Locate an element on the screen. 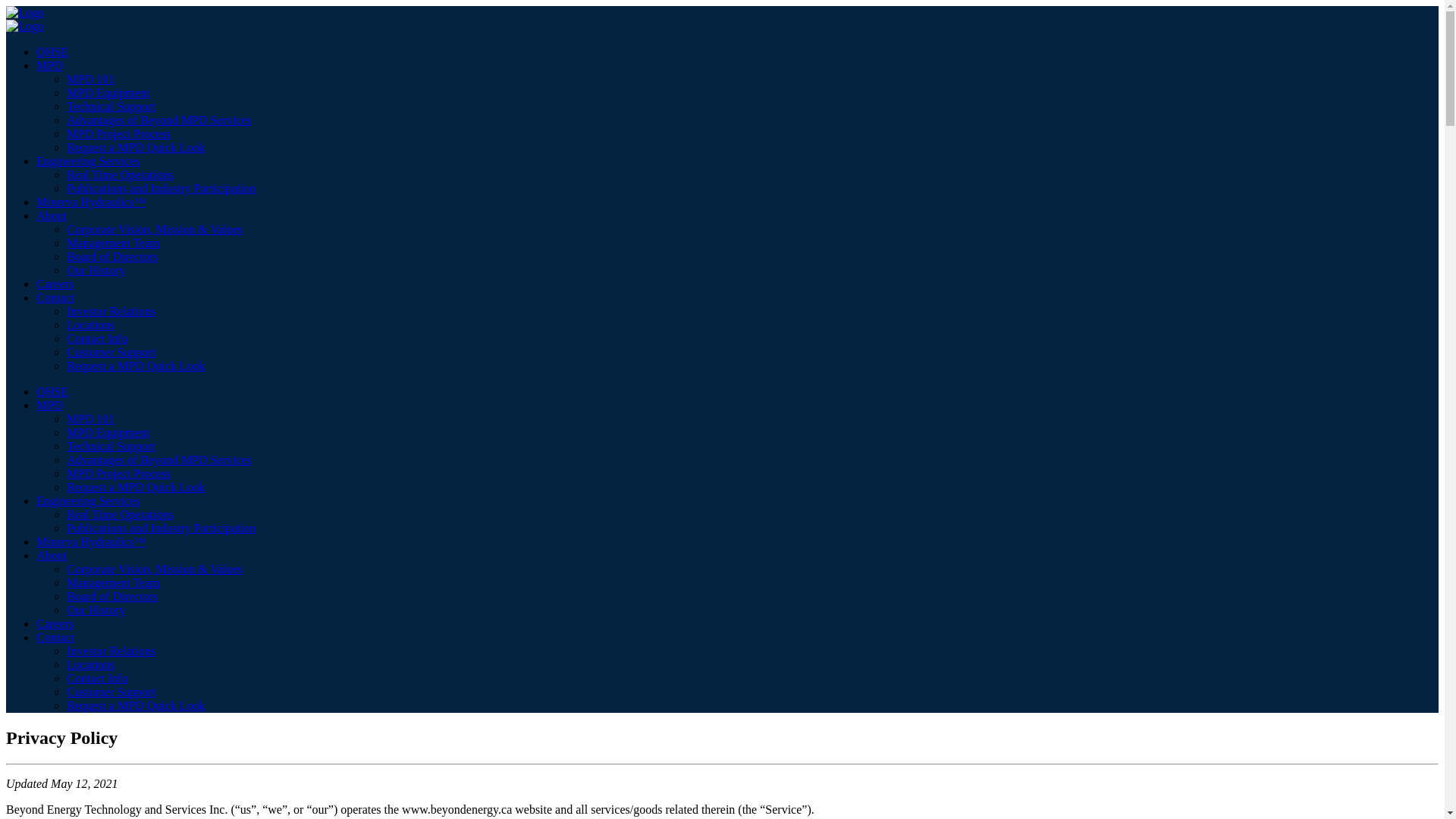 This screenshot has width=1456, height=819. 'QHSE' is located at coordinates (52, 51).